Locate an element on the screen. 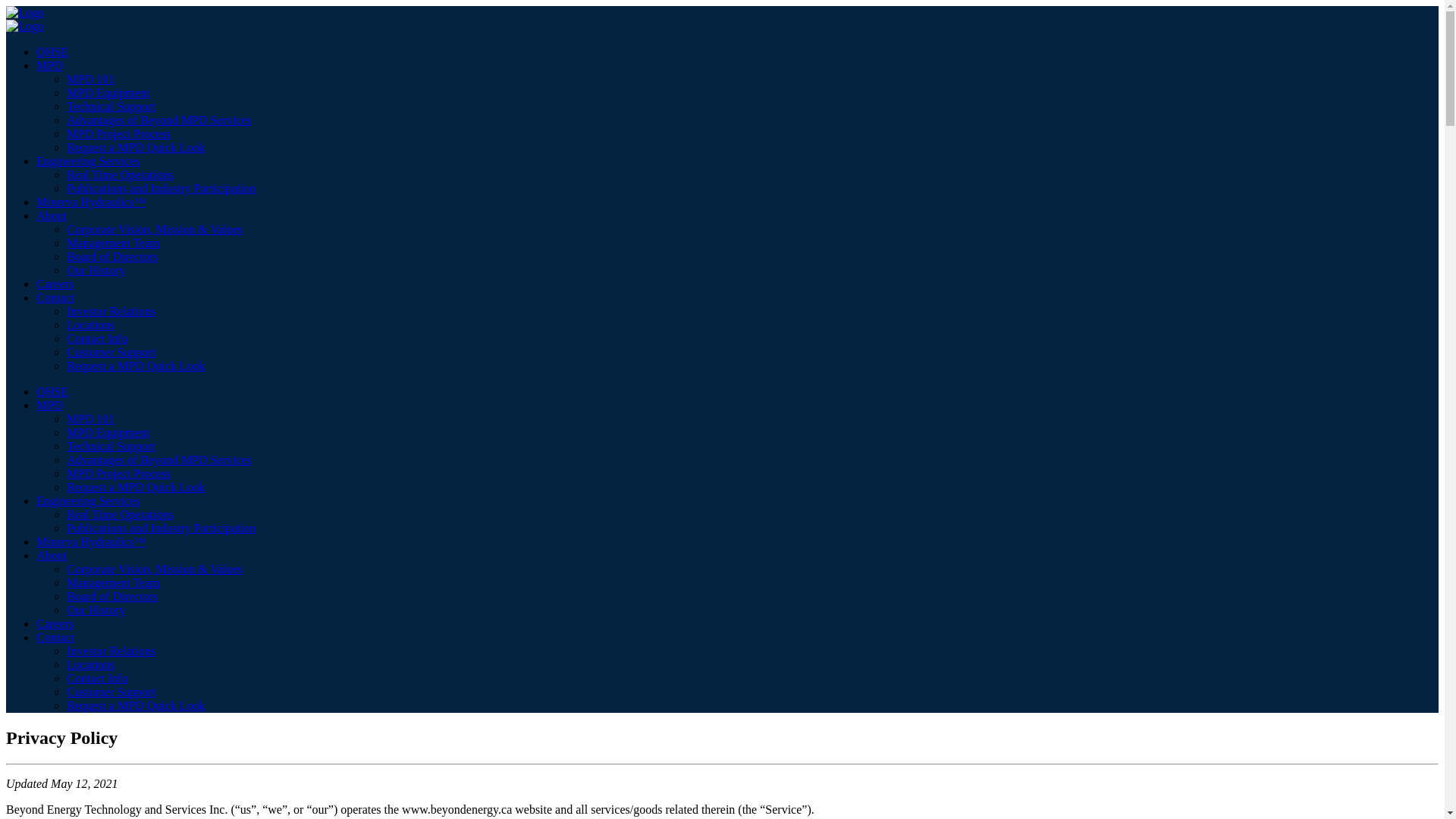 This screenshot has width=1456, height=819. 'QHSE' is located at coordinates (52, 51).